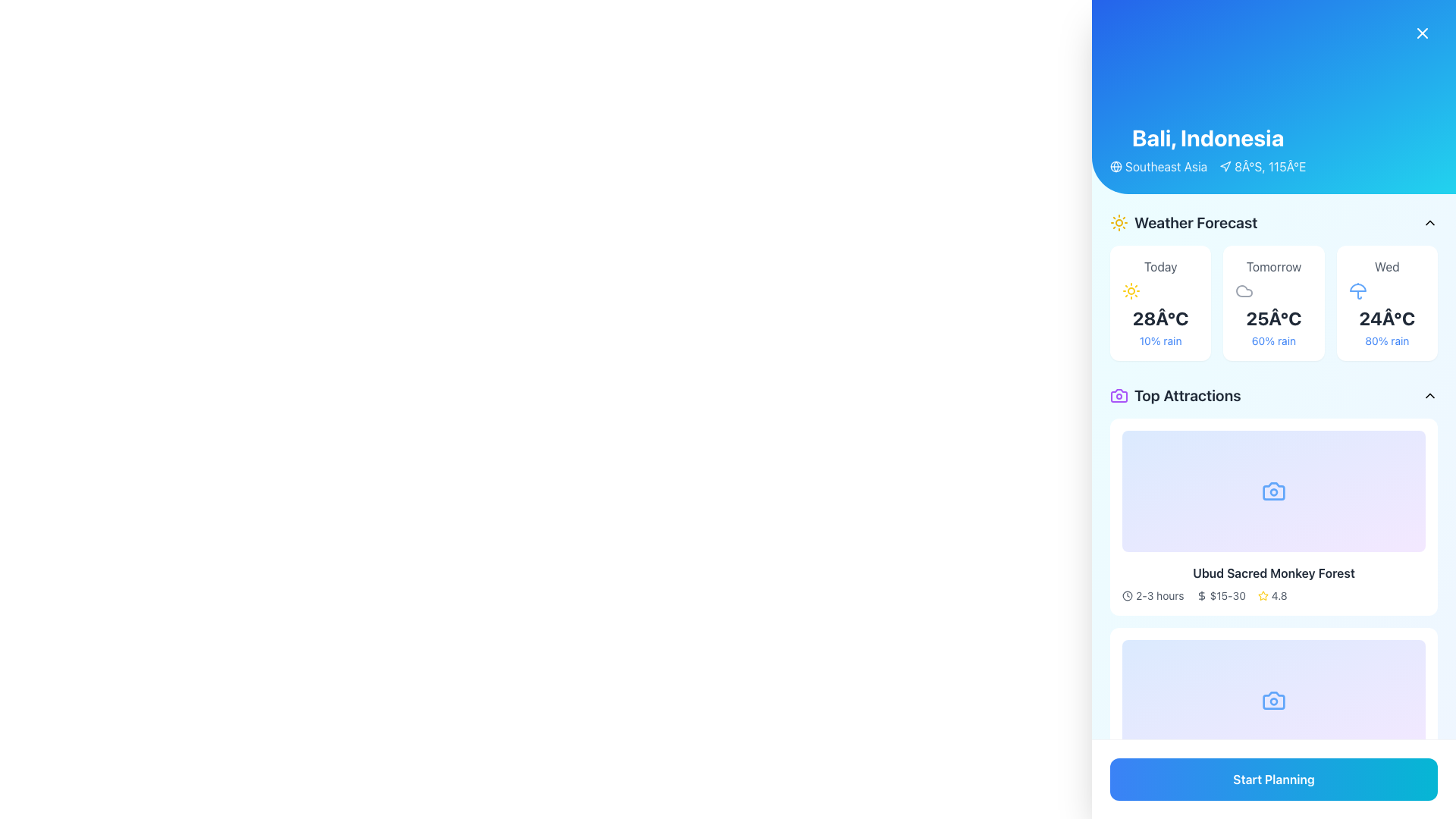  Describe the element at coordinates (1119, 222) in the screenshot. I see `the sun icon, which is bright yellow with a circular center and rays, located next to the 'Weather Forecast' text` at that location.